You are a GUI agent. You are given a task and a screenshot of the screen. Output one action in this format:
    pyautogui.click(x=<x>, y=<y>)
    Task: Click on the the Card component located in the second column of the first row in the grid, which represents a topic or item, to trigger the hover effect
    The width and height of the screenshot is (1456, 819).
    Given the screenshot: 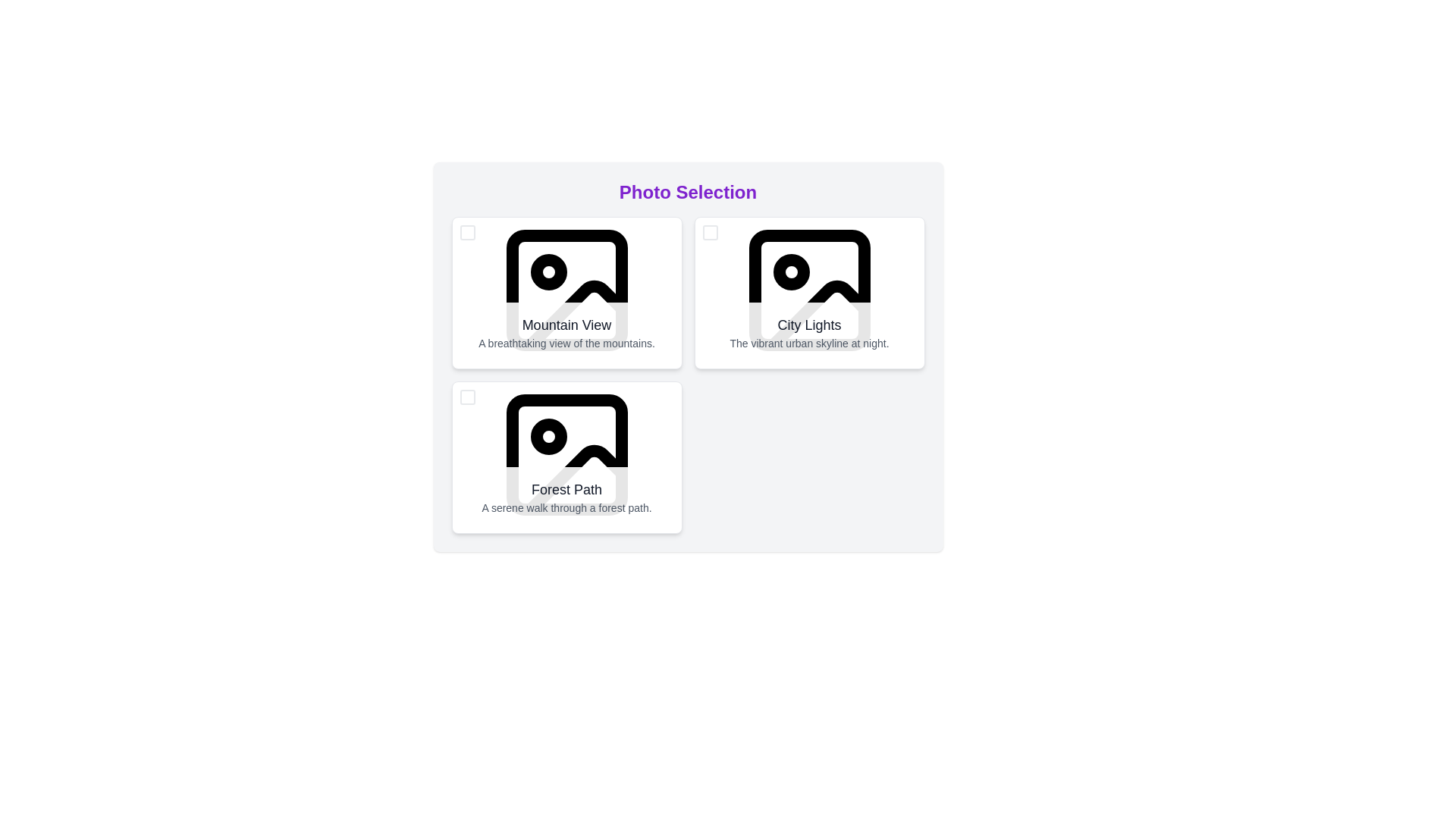 What is the action you would take?
    pyautogui.click(x=808, y=293)
    